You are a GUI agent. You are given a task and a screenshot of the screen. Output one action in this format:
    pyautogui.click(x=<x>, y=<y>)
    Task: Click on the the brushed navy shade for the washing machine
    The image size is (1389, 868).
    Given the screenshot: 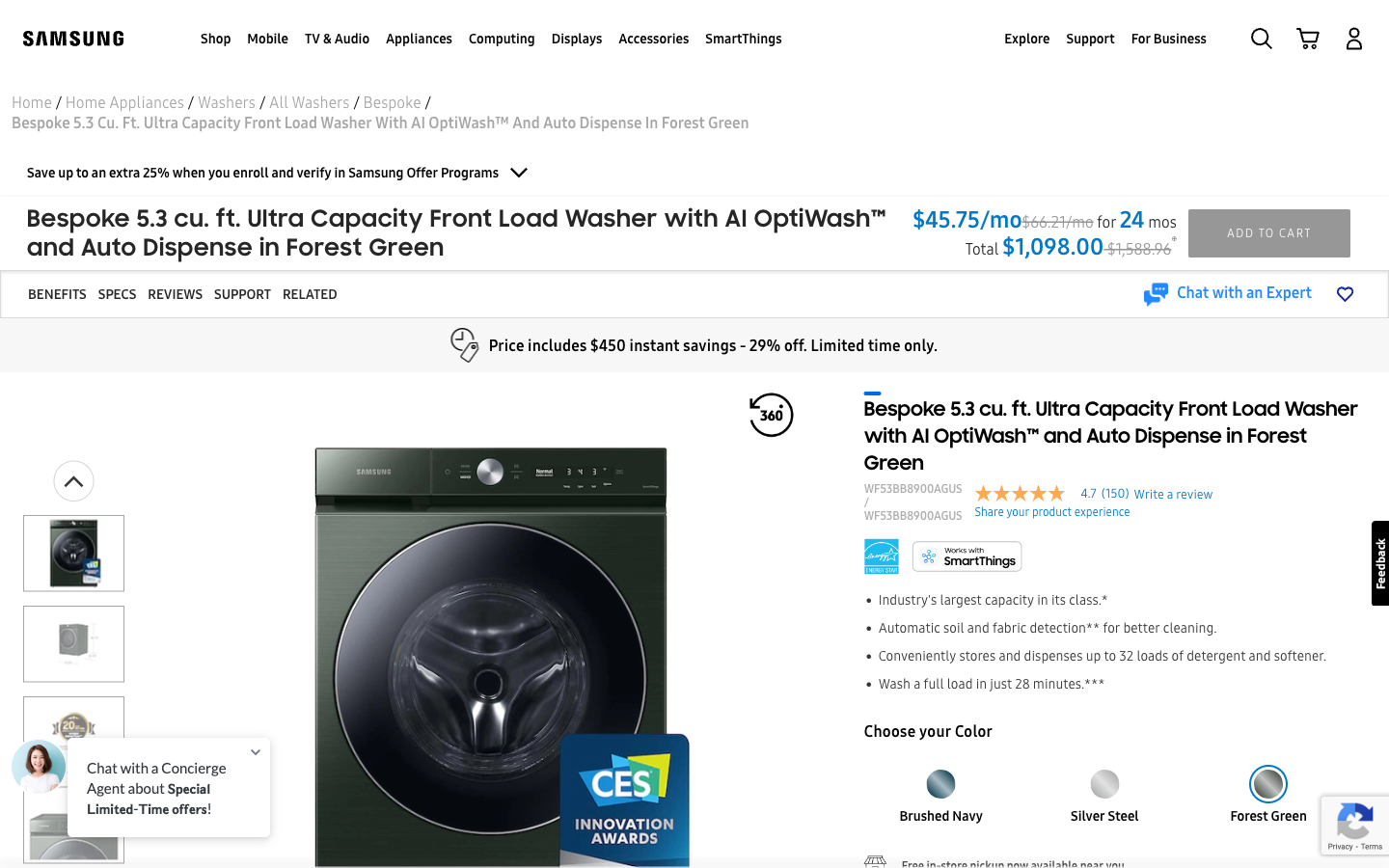 What is the action you would take?
    pyautogui.click(x=940, y=777)
    